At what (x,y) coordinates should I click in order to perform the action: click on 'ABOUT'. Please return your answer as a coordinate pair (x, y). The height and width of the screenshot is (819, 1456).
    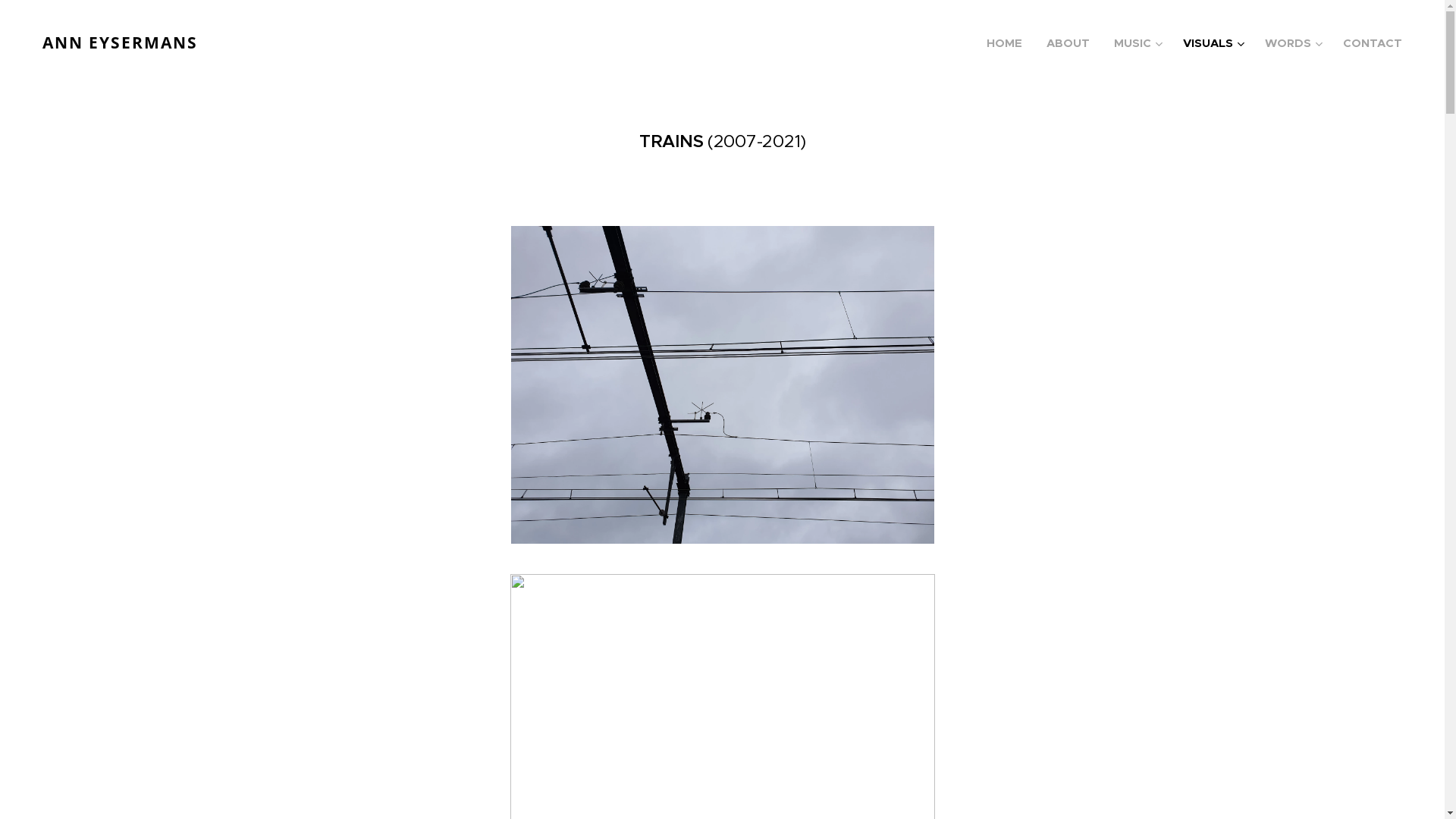
    Looking at the image, I should click on (1067, 42).